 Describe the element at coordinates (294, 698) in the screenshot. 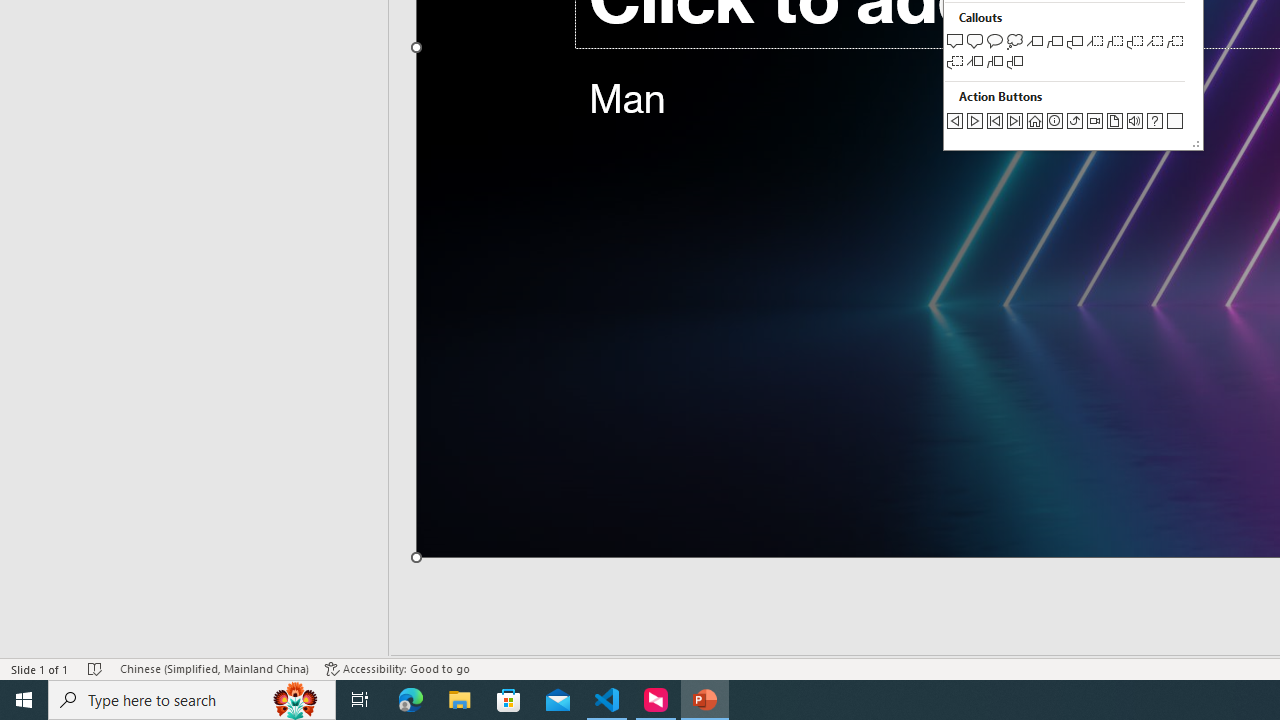

I see `'Search highlights icon opens search home window'` at that location.